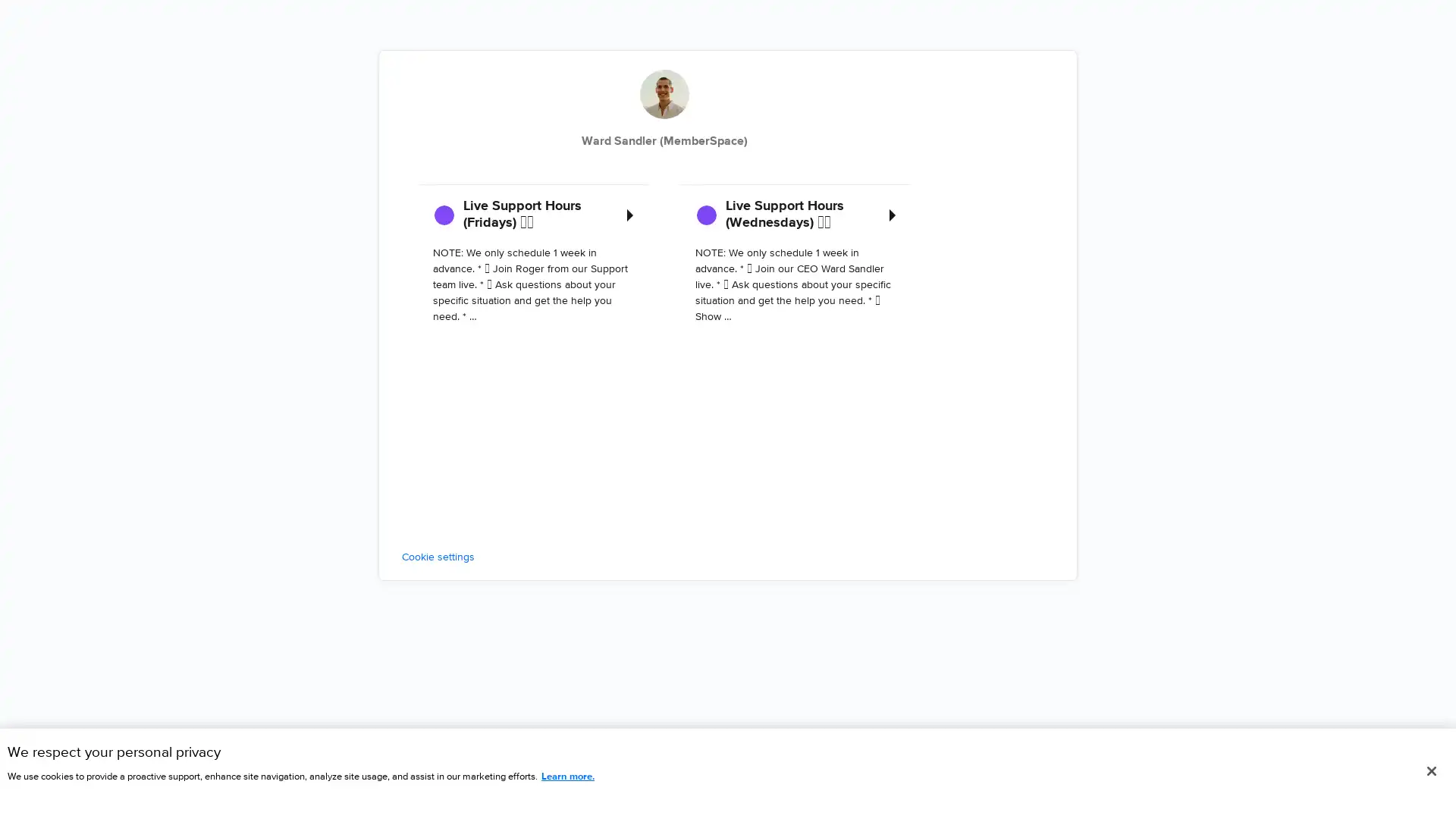 Image resolution: width=1456 pixels, height=819 pixels. Describe the element at coordinates (385, 557) in the screenshot. I see `Cookie settings` at that location.